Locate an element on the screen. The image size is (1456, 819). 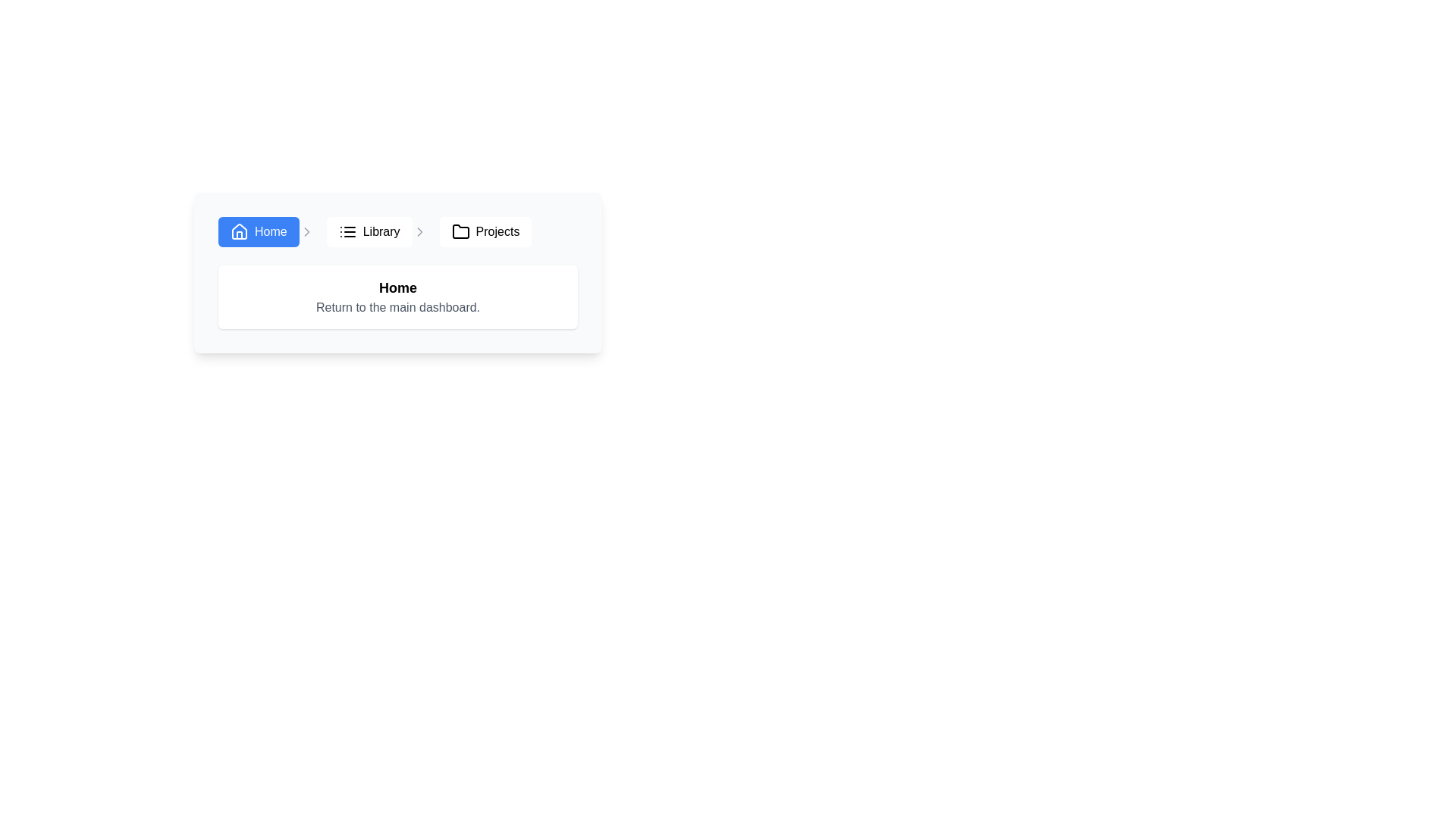
the text label displaying 'Return to the main dashboard.' which is located below the bold header 'Home' is located at coordinates (397, 307).